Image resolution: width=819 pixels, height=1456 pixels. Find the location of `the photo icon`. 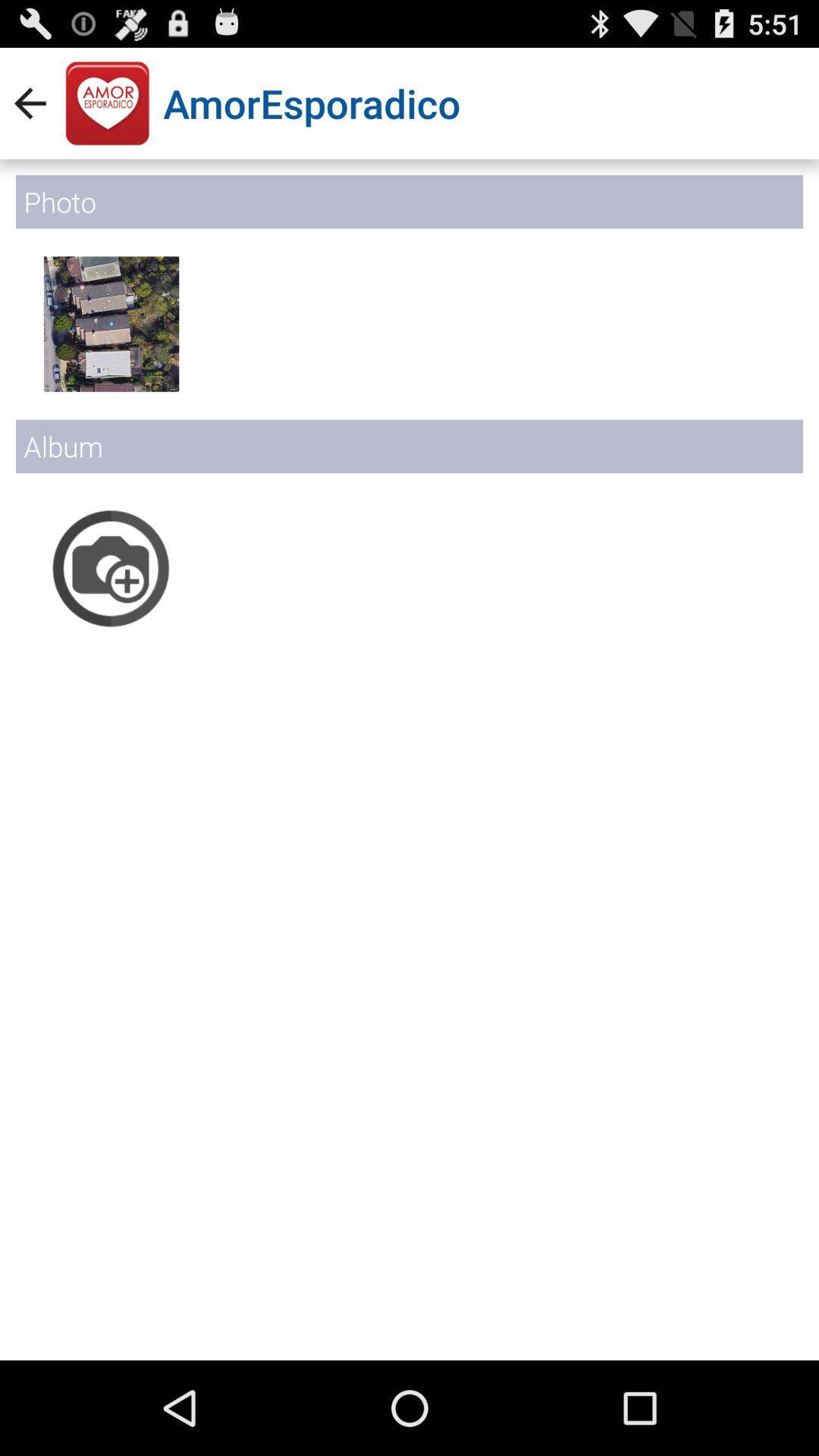

the photo icon is located at coordinates (110, 608).